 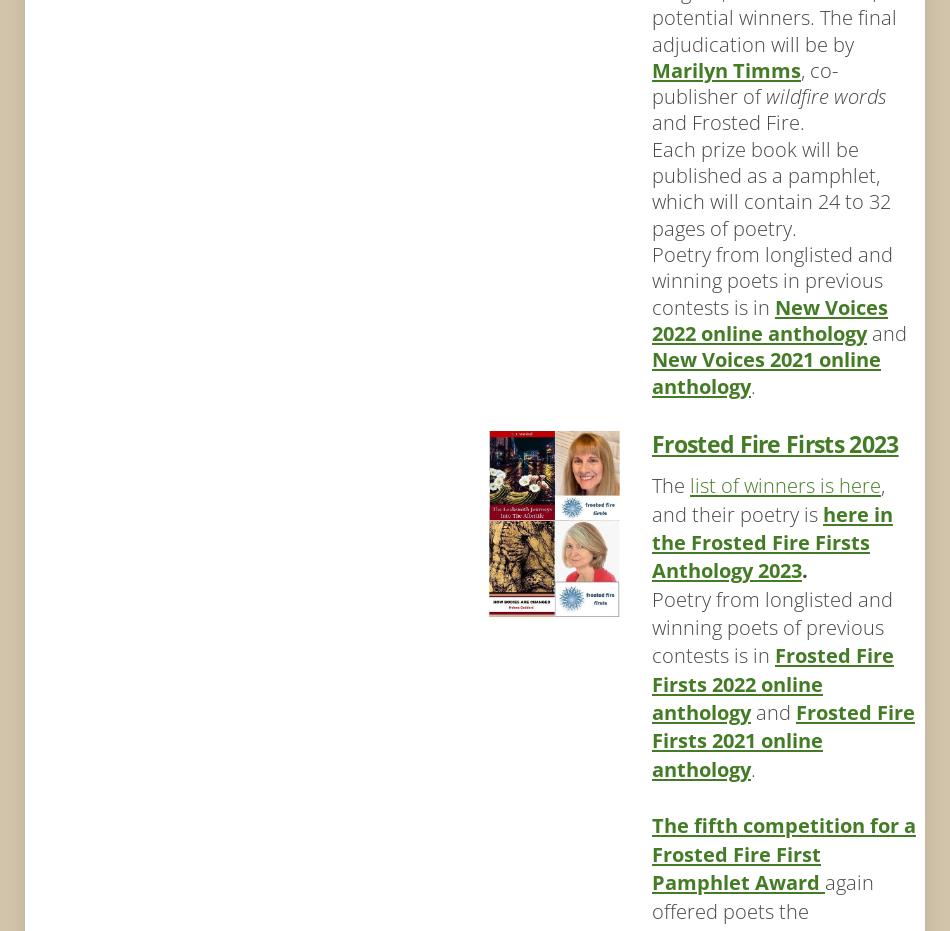 I want to click on 'here in the Frosted Fire Firsts Anthology 2023', so click(x=770, y=540).